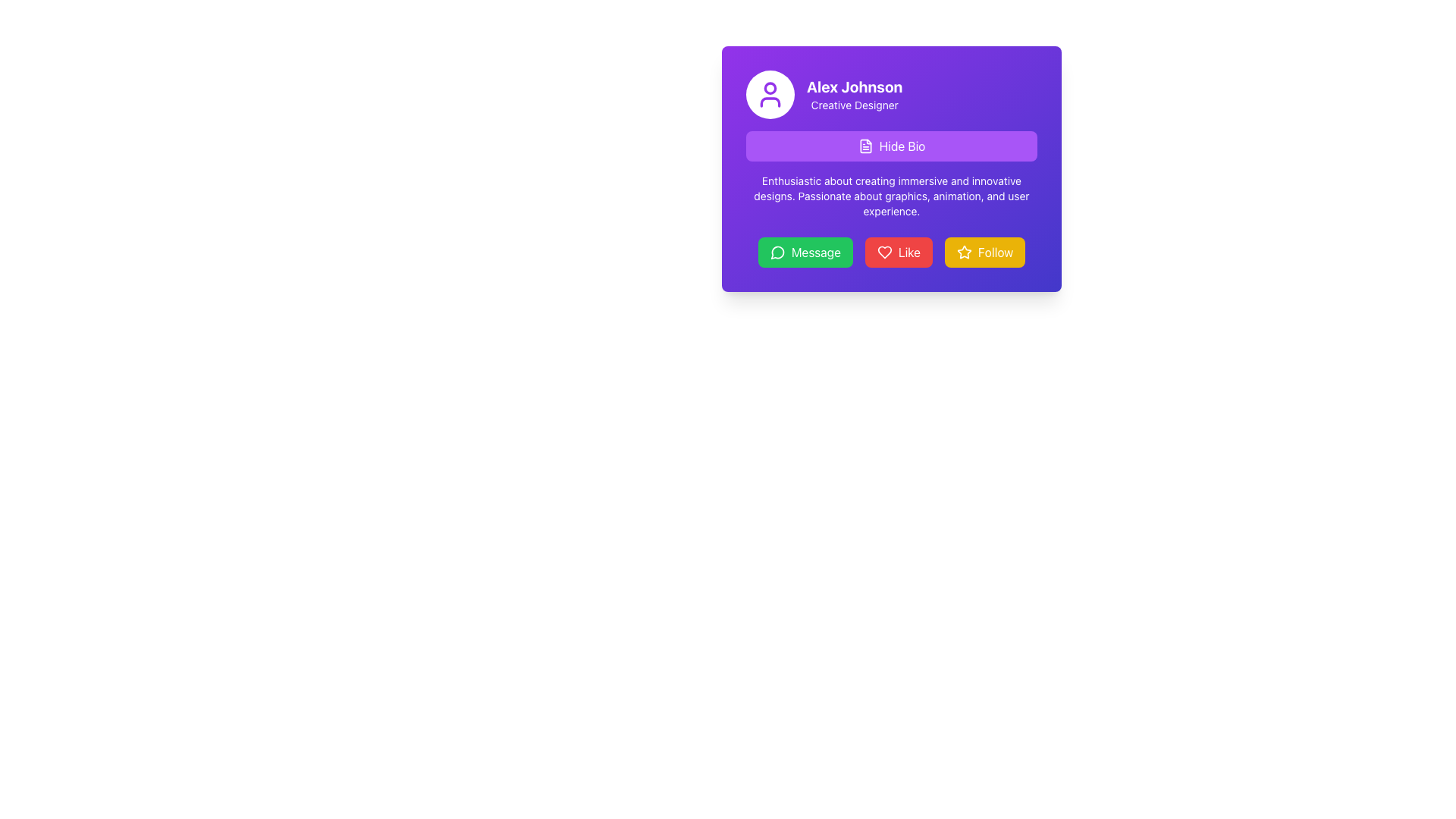 The image size is (1456, 819). Describe the element at coordinates (855, 87) in the screenshot. I see `the text label displaying 'Alex Johnson' for accessibility purposes` at that location.